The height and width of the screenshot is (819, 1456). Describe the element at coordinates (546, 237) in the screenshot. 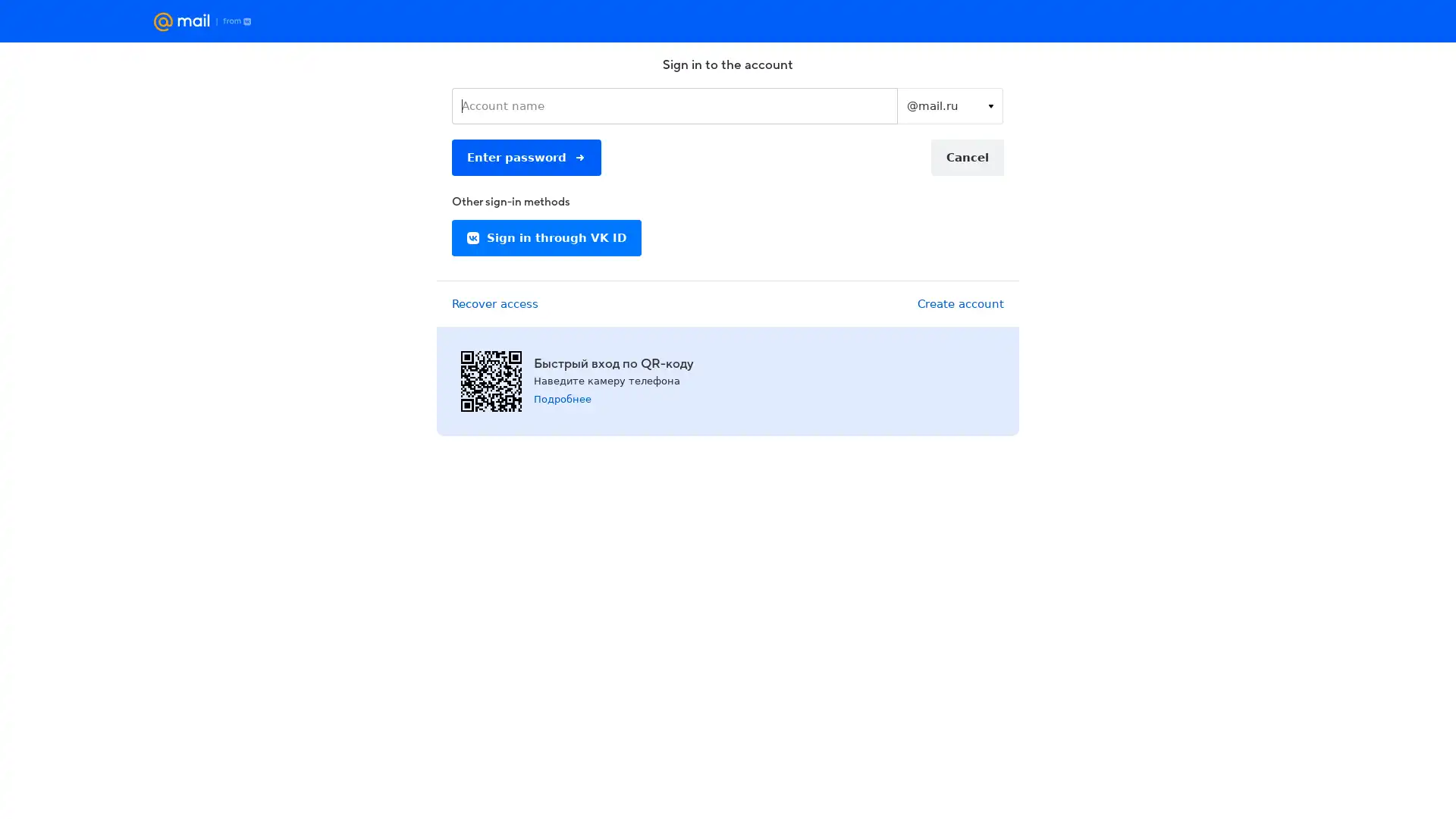

I see `Sign in through VK ID` at that location.